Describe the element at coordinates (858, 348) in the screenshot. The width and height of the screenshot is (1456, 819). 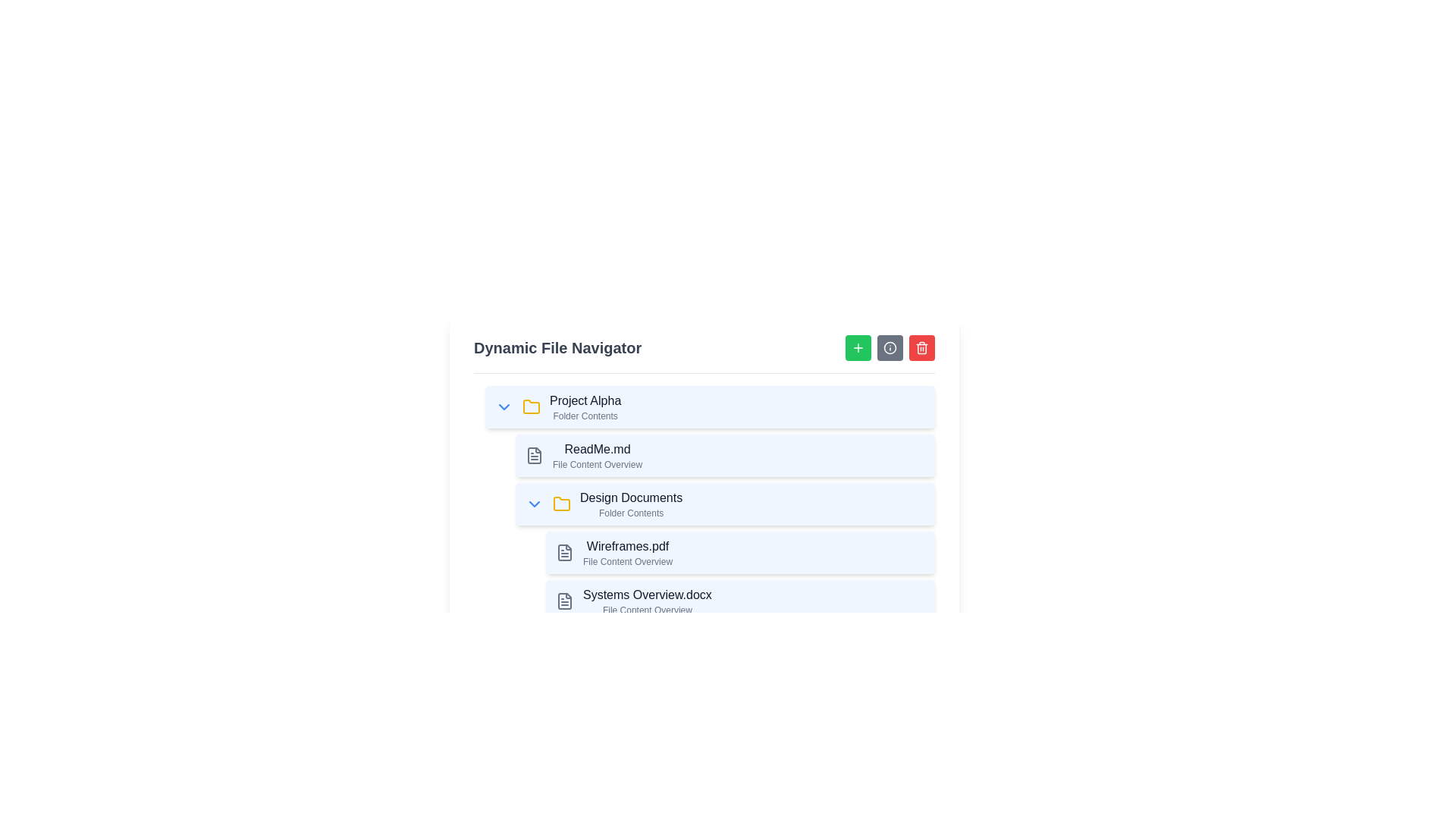
I see `the green circular button with a white plus icon located in the top-right corner of the navigation panel` at that location.